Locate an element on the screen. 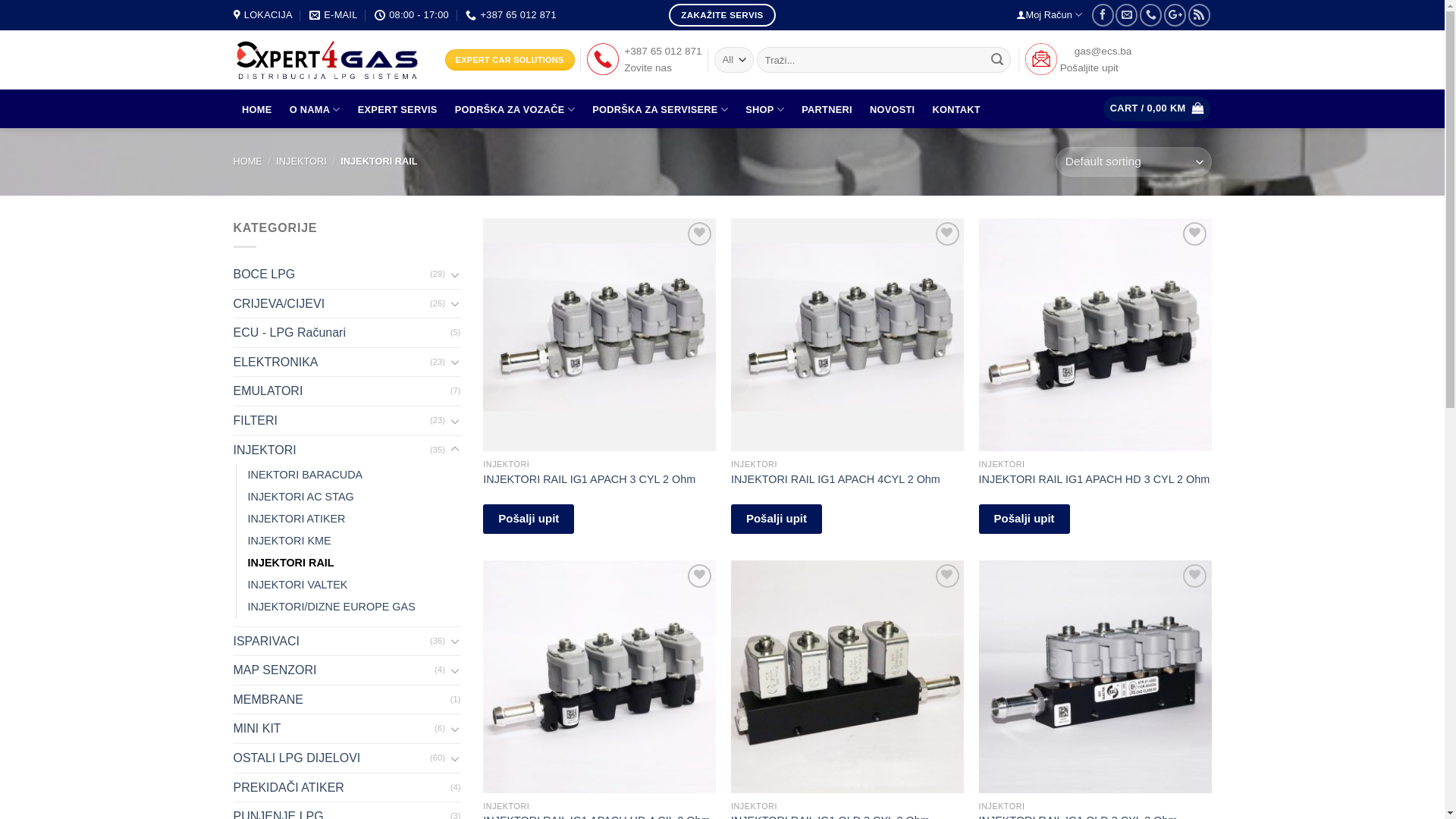  'MINI KIT' is located at coordinates (334, 727).